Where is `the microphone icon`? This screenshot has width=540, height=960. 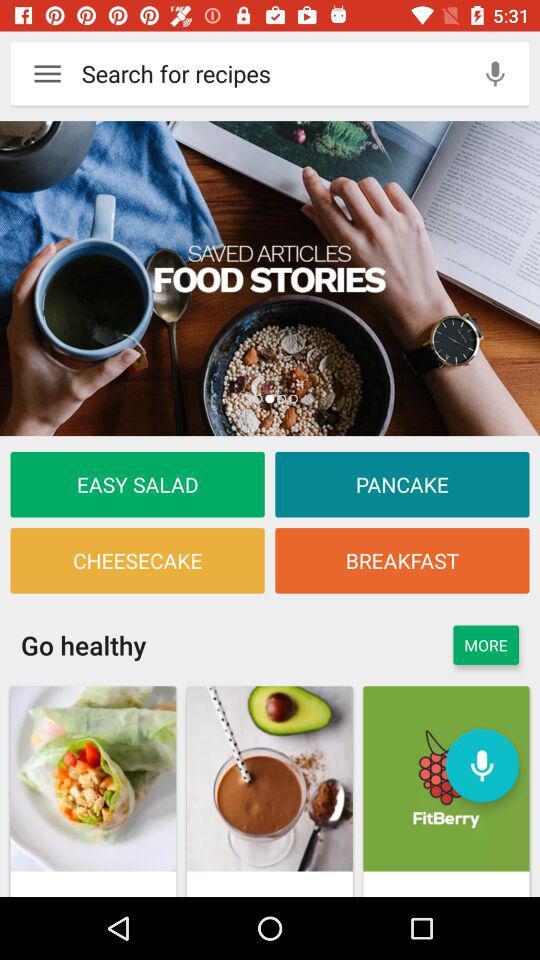 the microphone icon is located at coordinates (494, 73).